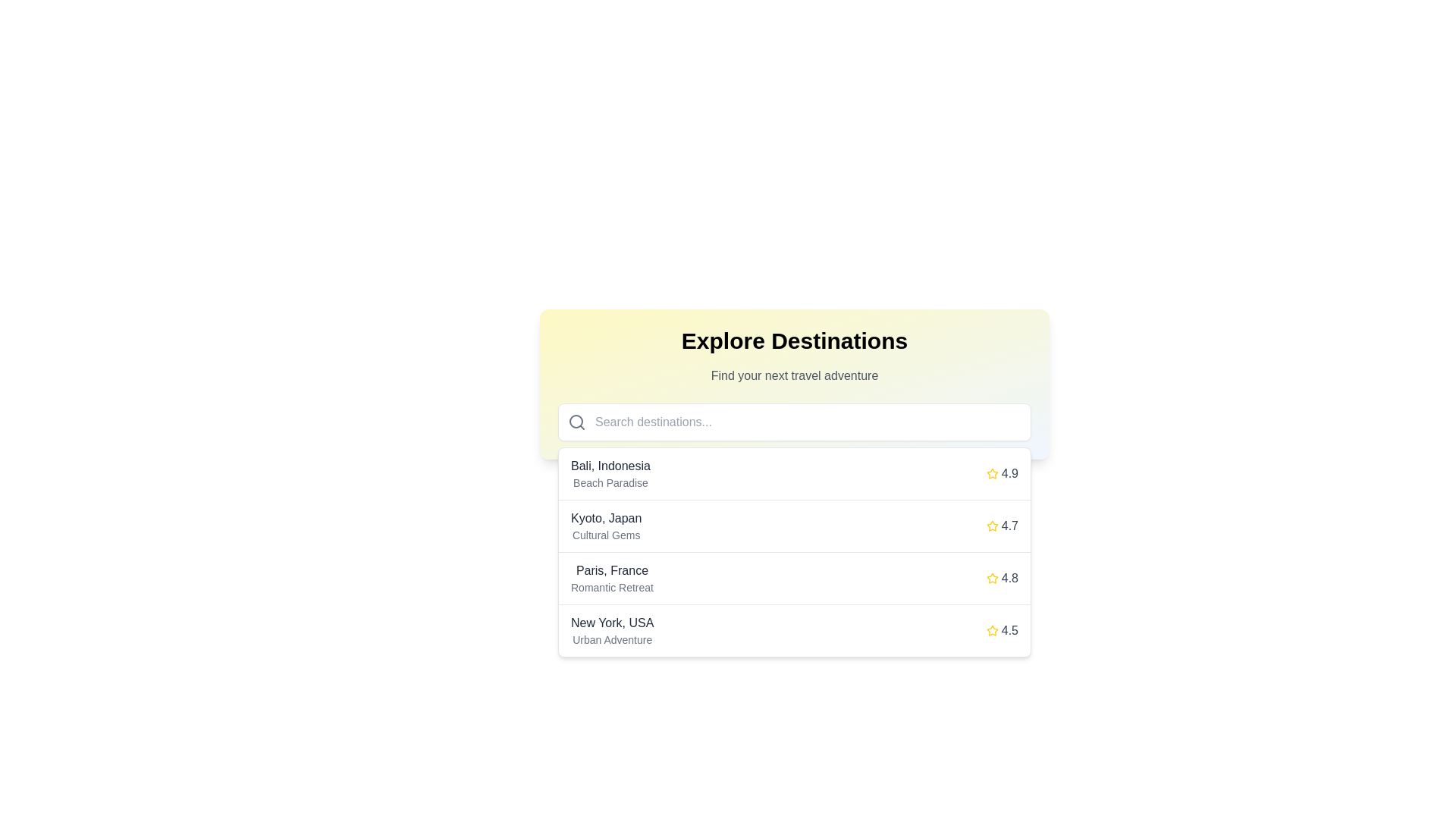 This screenshot has width=1456, height=819. Describe the element at coordinates (992, 631) in the screenshot. I see `the star icon representing the rating for 'New York, USA', which is located to the left of the numerical rating '4.5'` at that location.